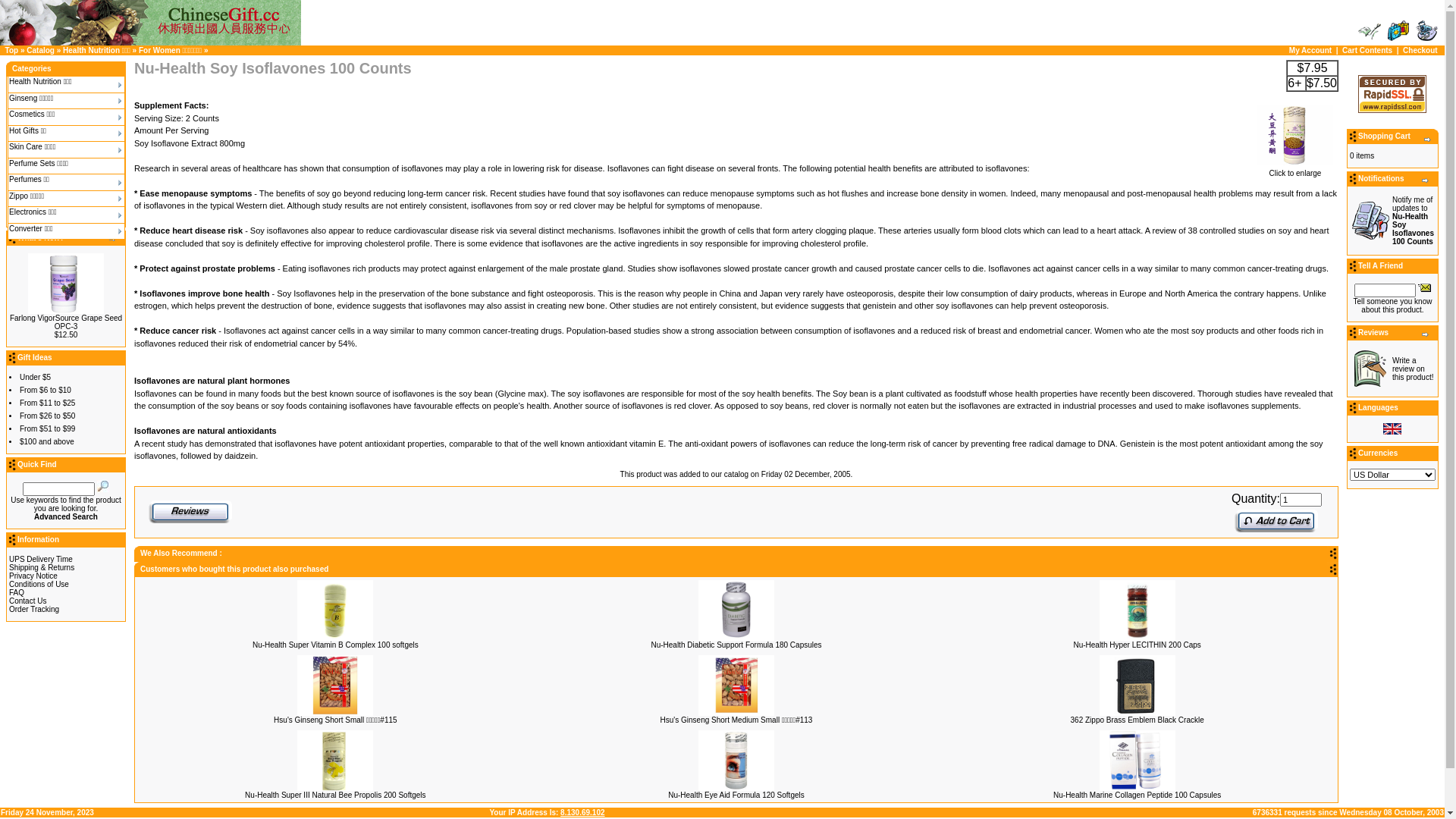 The image size is (1456, 819). What do you see at coordinates (41, 567) in the screenshot?
I see `'Shipping & Returns'` at bounding box center [41, 567].